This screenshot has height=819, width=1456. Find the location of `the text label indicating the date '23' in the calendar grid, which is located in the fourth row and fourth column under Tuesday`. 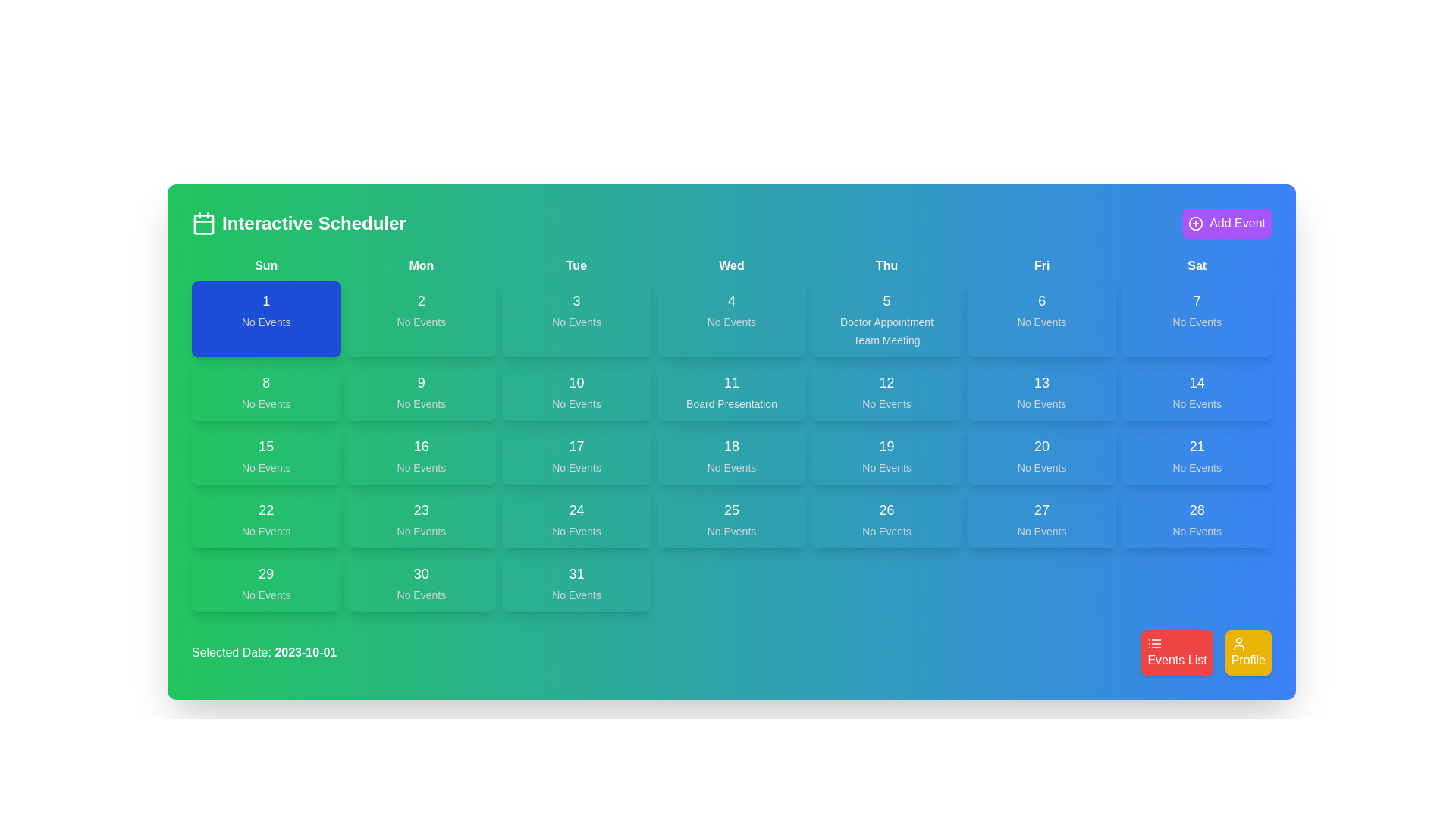

the text label indicating the date '23' in the calendar grid, which is located in the fourth row and fourth column under Tuesday is located at coordinates (421, 510).